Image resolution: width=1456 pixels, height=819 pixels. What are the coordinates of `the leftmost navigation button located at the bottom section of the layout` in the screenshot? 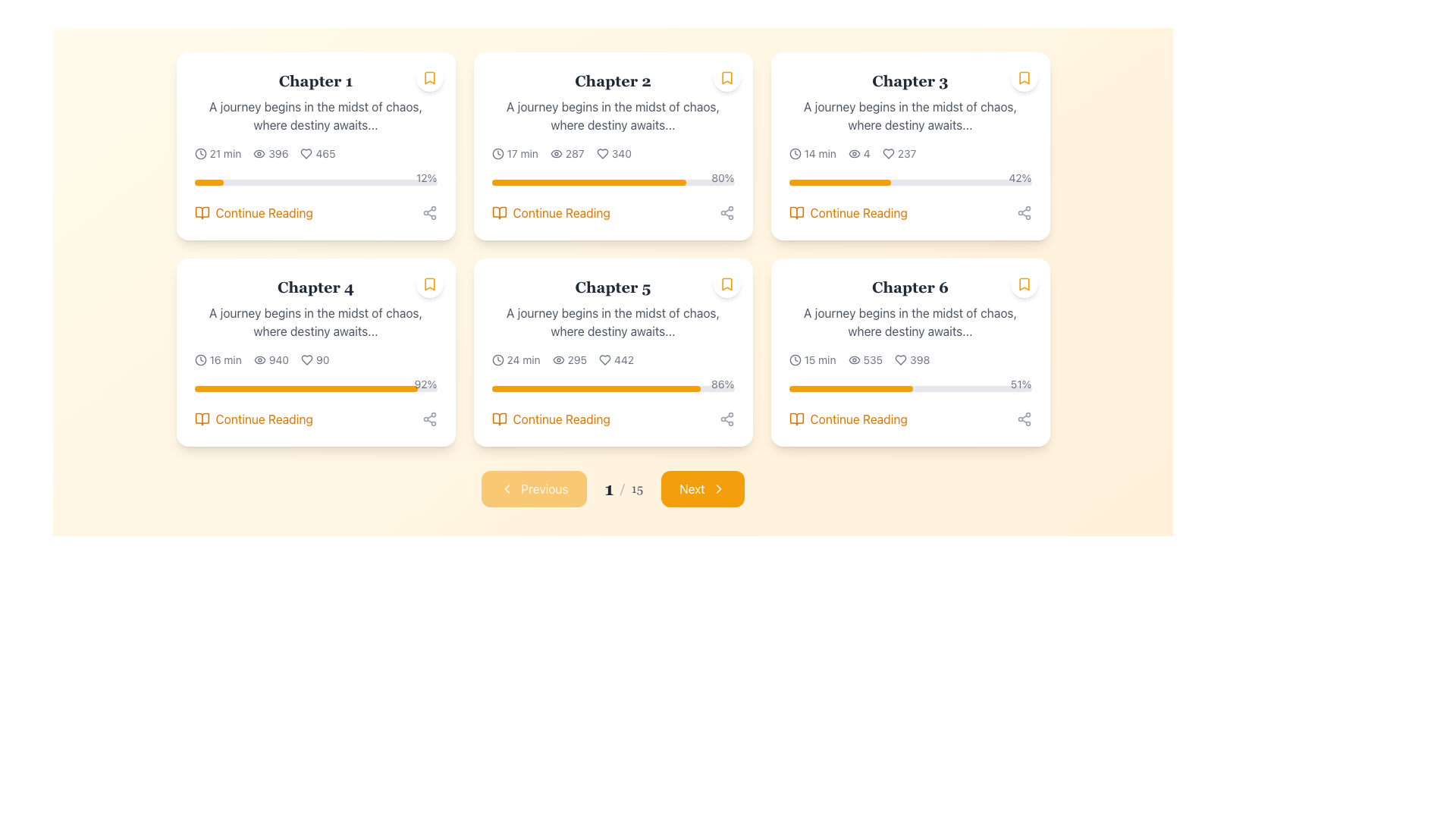 It's located at (534, 488).